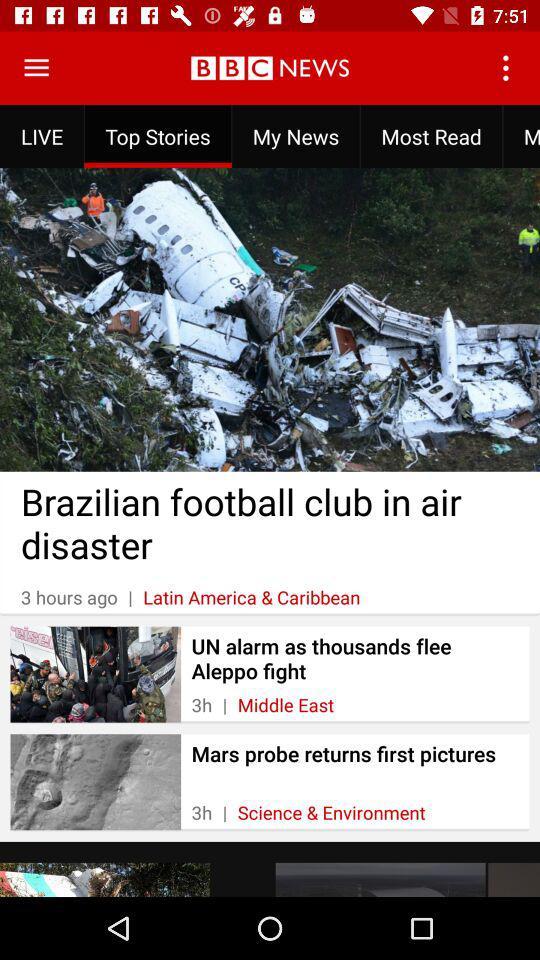 This screenshot has width=540, height=960. What do you see at coordinates (284, 705) in the screenshot?
I see `the item to the right of the | icon` at bounding box center [284, 705].